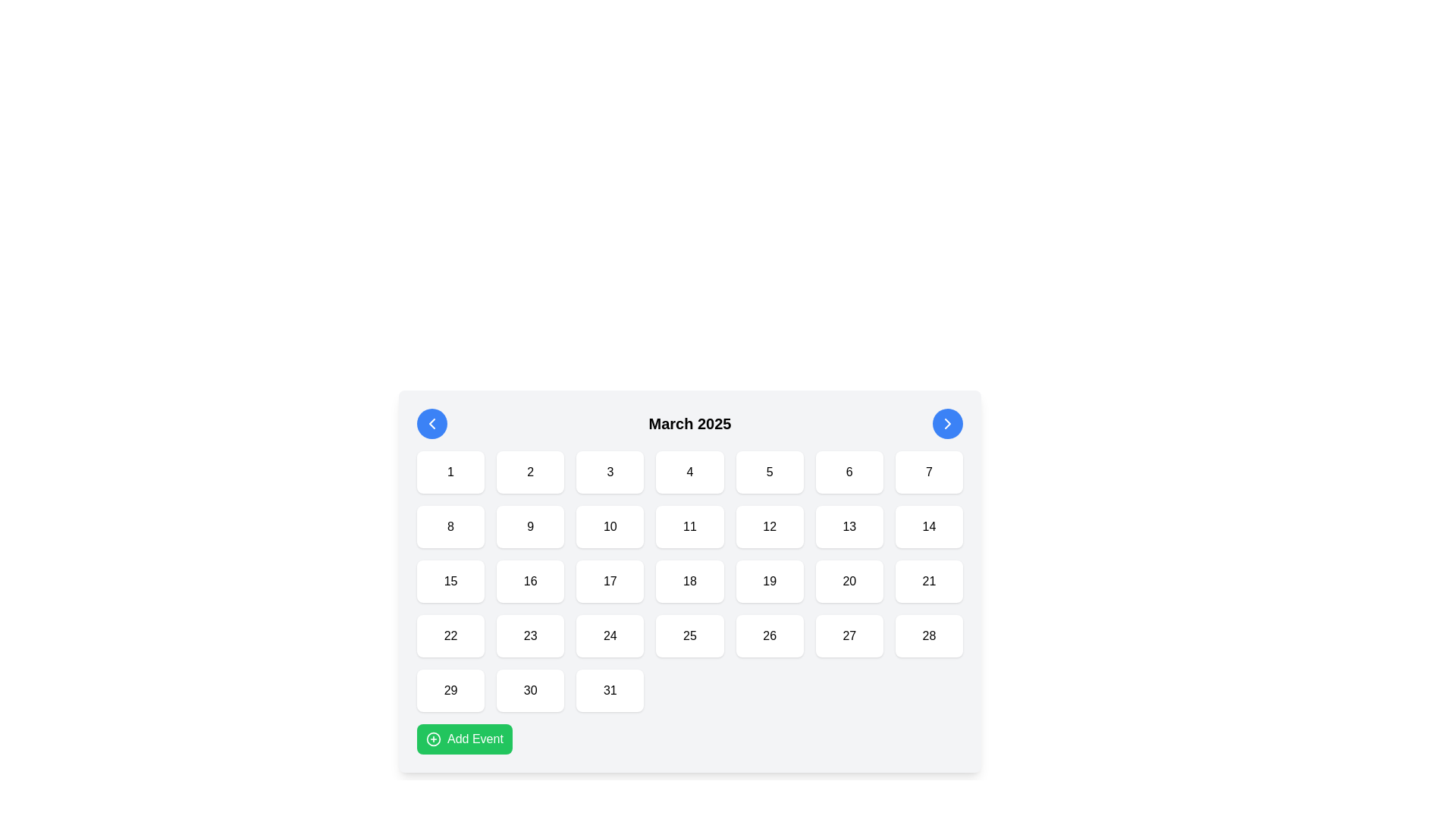 This screenshot has height=819, width=1456. I want to click on the date '11' element in the calendar view, which is located in the second row and fourth column under 'March 2025', so click(689, 526).